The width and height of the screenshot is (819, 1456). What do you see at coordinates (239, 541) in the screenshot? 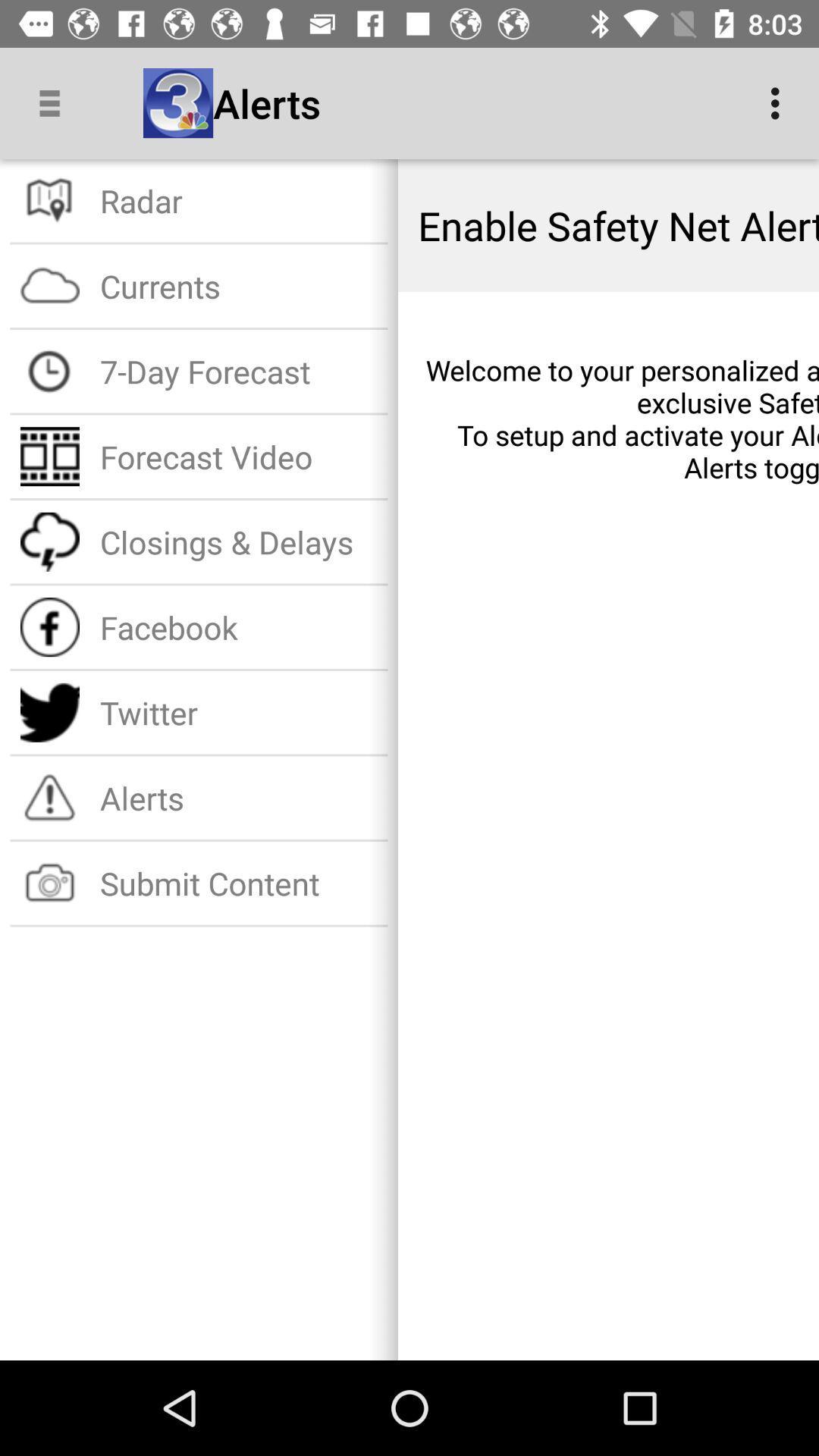
I see `icon above facebook` at bounding box center [239, 541].